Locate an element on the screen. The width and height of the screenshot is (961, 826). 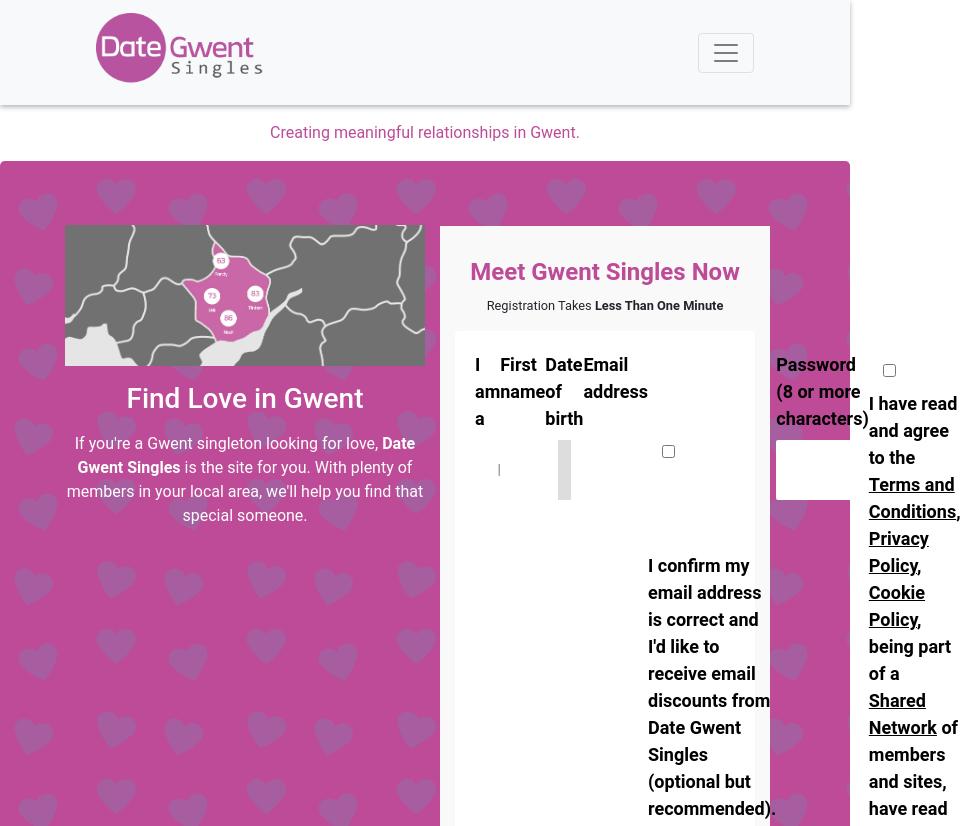
'Date Gwent Singles' is located at coordinates (245, 453).